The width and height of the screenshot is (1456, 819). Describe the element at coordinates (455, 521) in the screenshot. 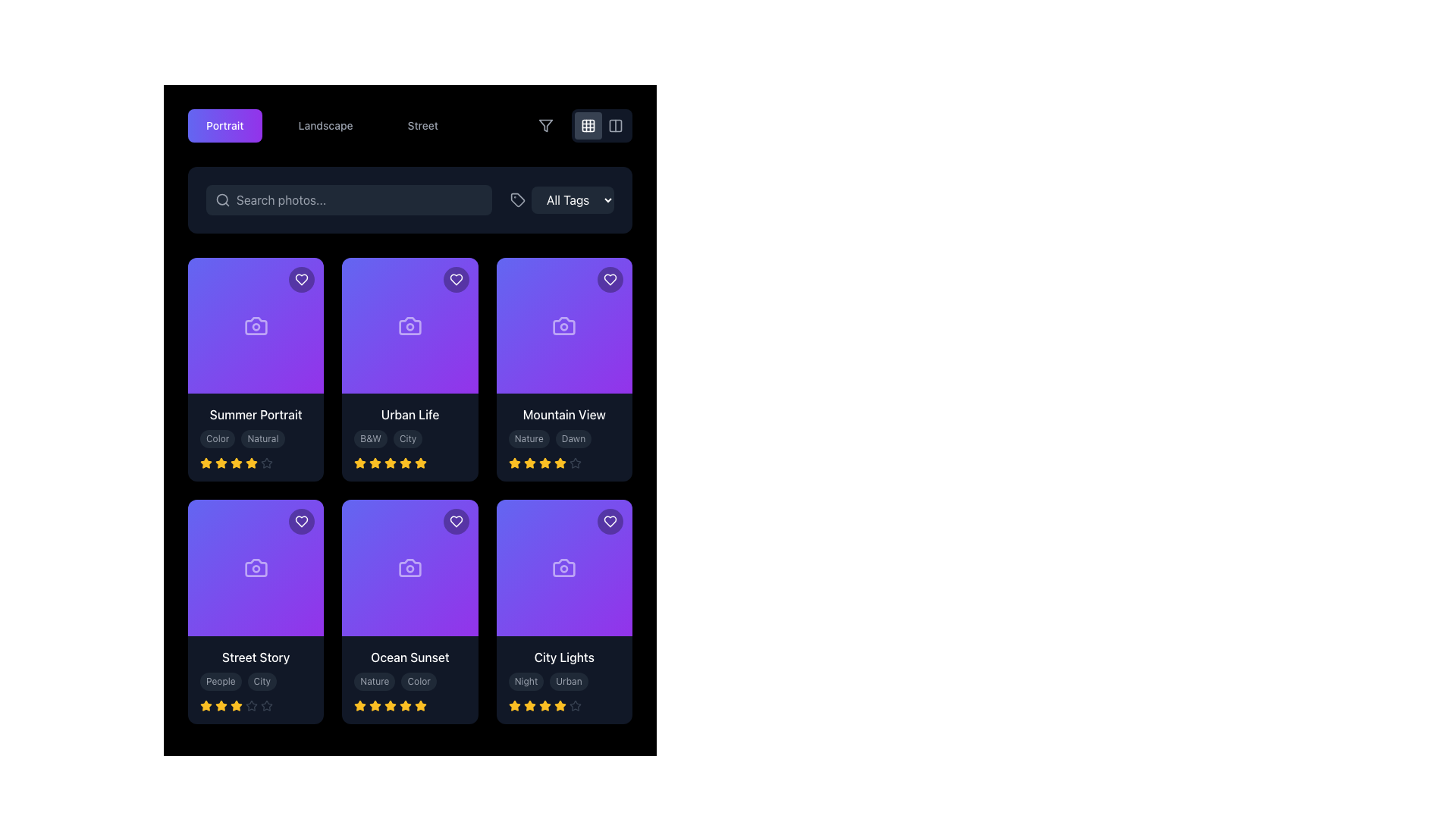

I see `the circular button with a semi-transparent black background and a white heart icon inside, located in the top-right corner of the 'Ocean Sunset' card, to mark the item as favorite` at that location.